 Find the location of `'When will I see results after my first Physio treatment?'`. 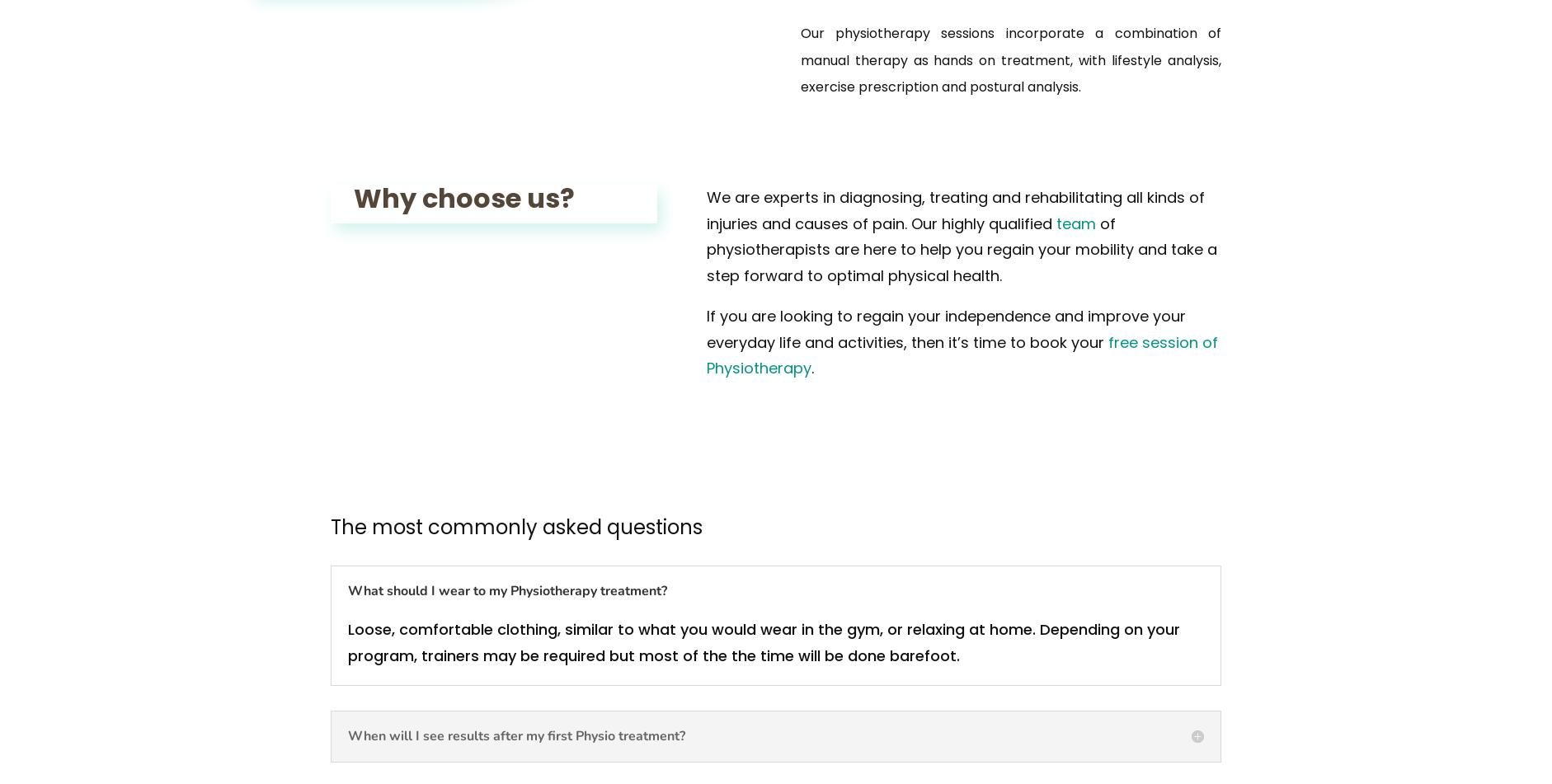

'When will I see results after my first Physio treatment?' is located at coordinates (516, 735).